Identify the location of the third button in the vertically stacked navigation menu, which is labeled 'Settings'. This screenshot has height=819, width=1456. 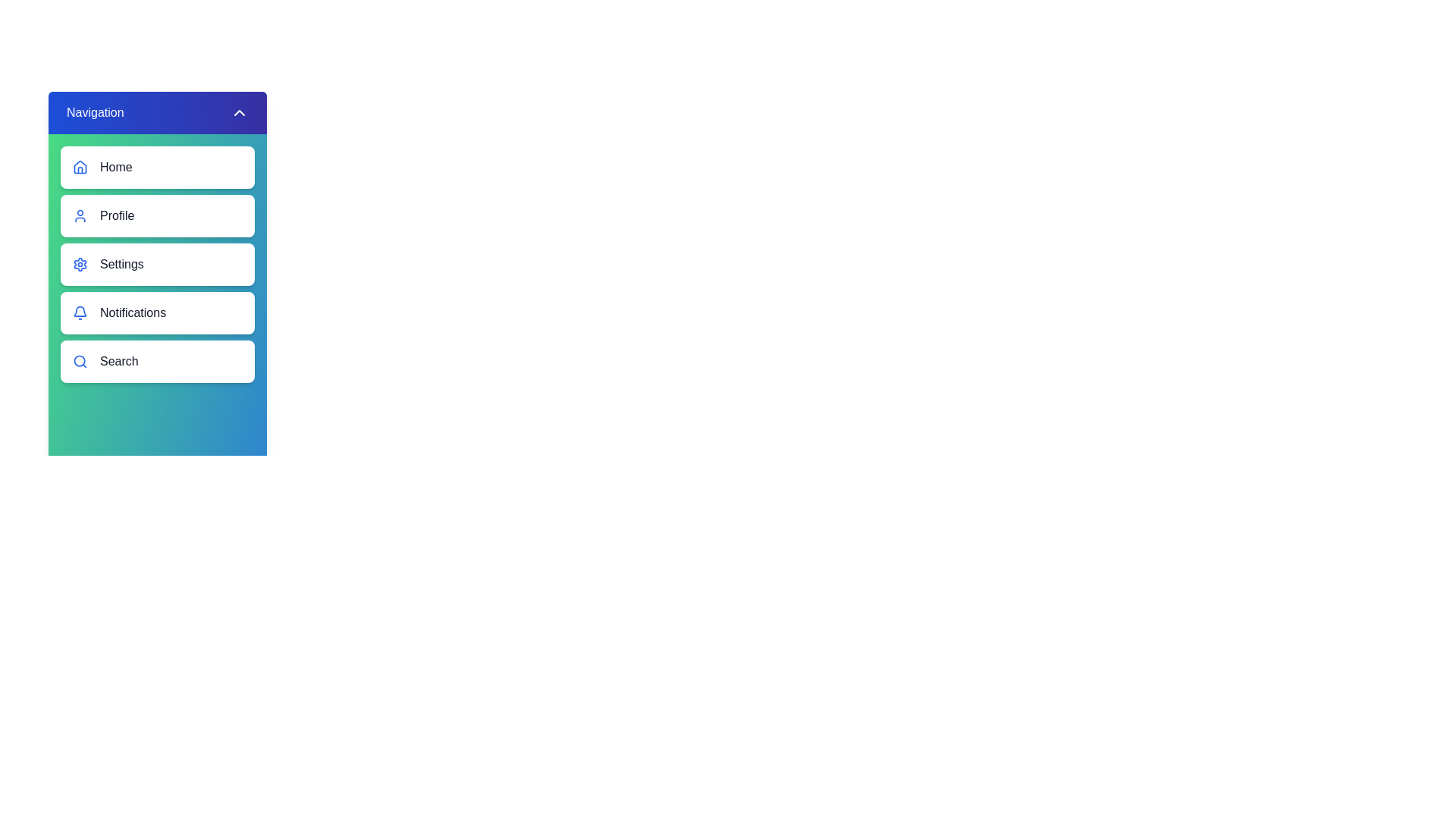
(157, 263).